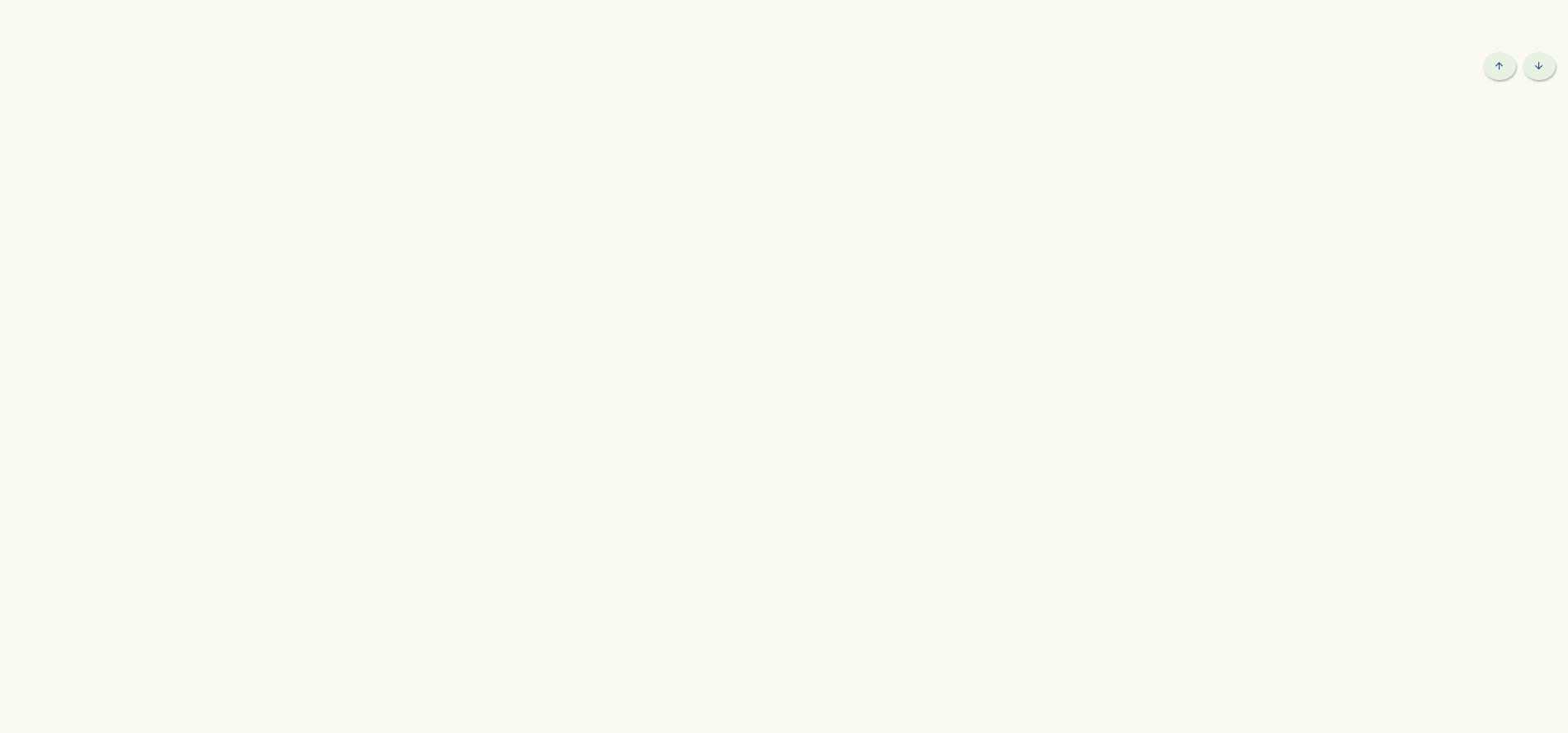 The image size is (1568, 733). What do you see at coordinates (895, 70) in the screenshot?
I see `'You must log in or register to reply here.'` at bounding box center [895, 70].